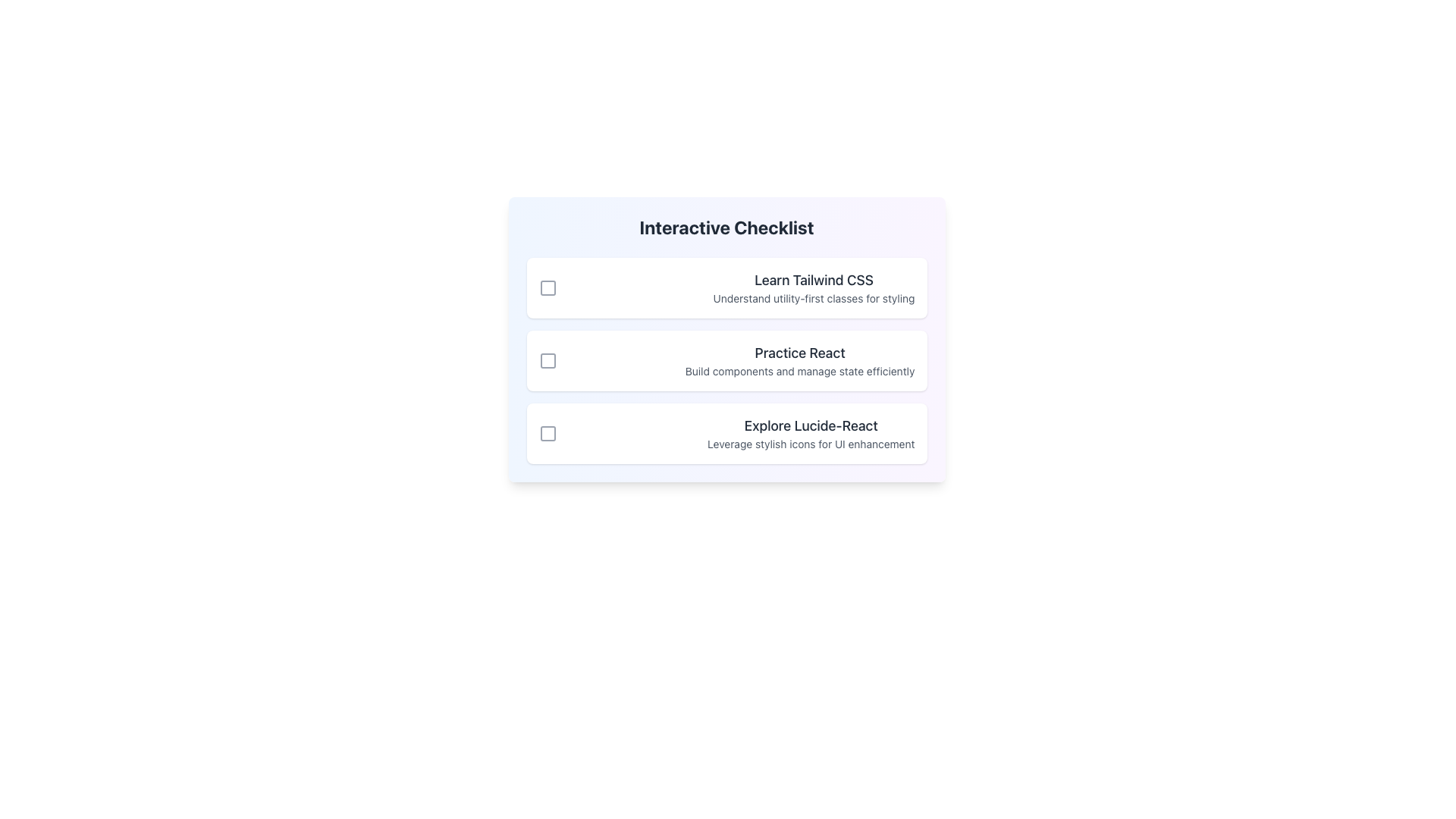 The image size is (1456, 819). What do you see at coordinates (799, 353) in the screenshot?
I see `the text label element displaying 'Practice React', which is the second item in the checklist and is styled with bold, medium-sized, dark-gray font` at bounding box center [799, 353].